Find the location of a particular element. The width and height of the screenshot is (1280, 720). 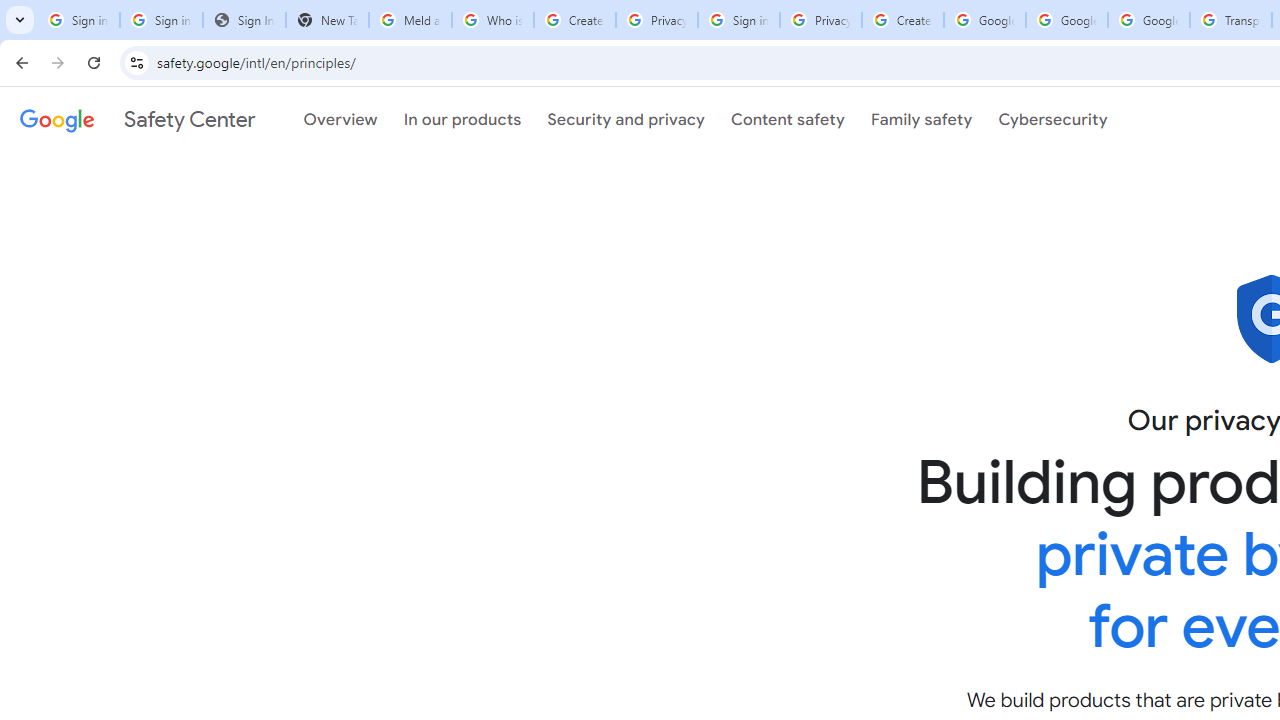

'Cybersecurity' is located at coordinates (1052, 119).